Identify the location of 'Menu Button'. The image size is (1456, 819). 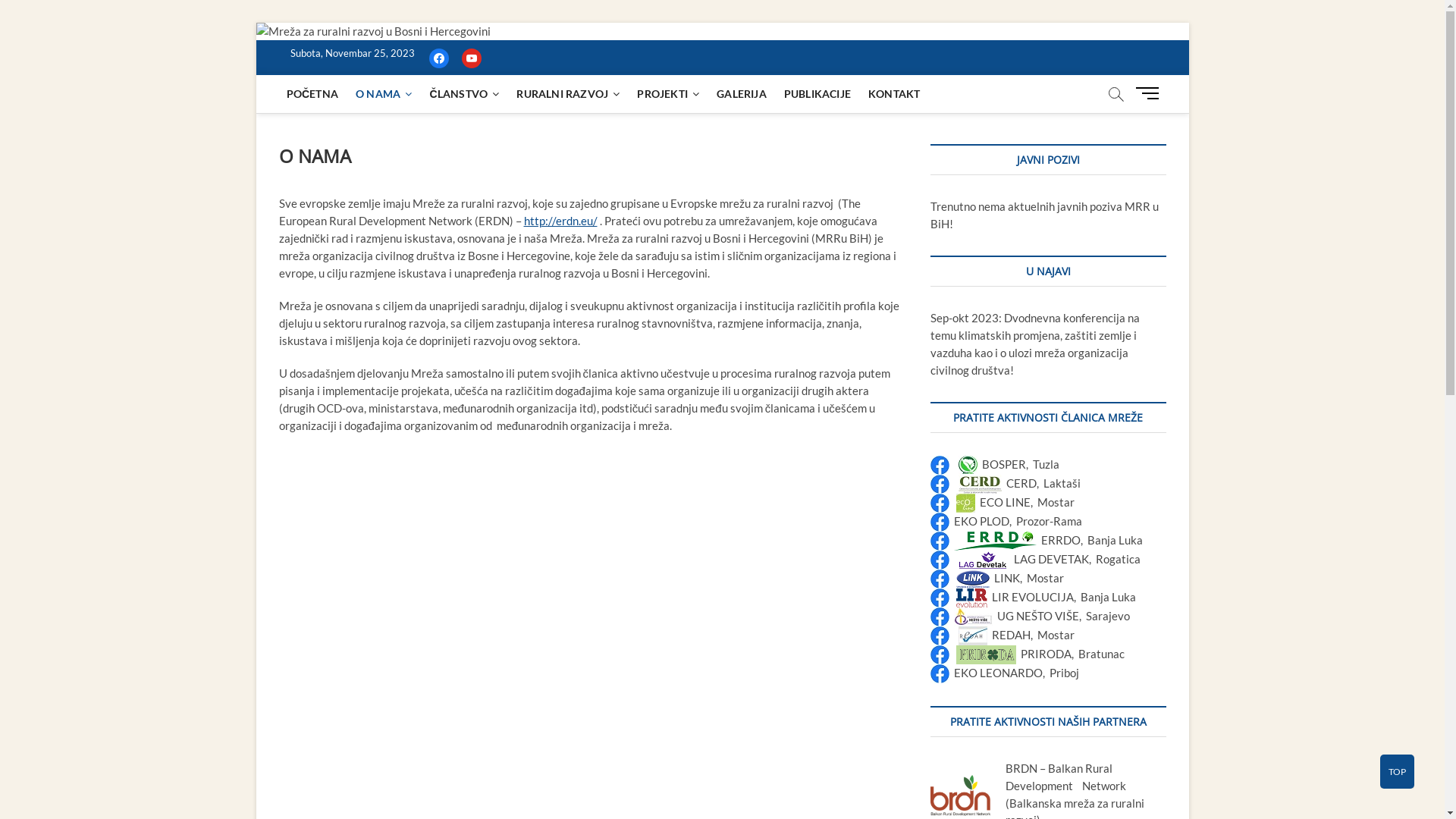
(1150, 93).